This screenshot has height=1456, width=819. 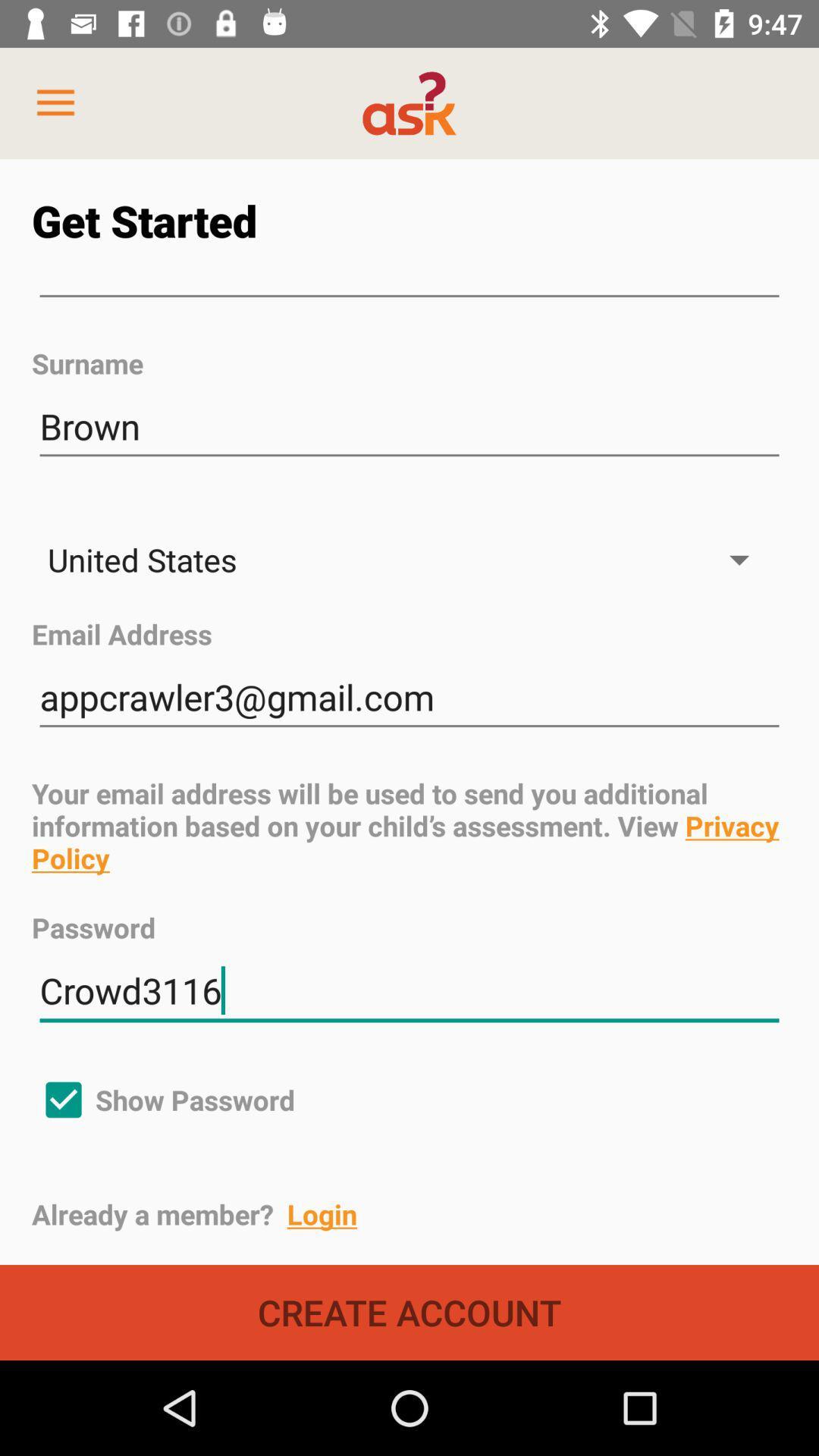 What do you see at coordinates (409, 991) in the screenshot?
I see `the icon below the password` at bounding box center [409, 991].